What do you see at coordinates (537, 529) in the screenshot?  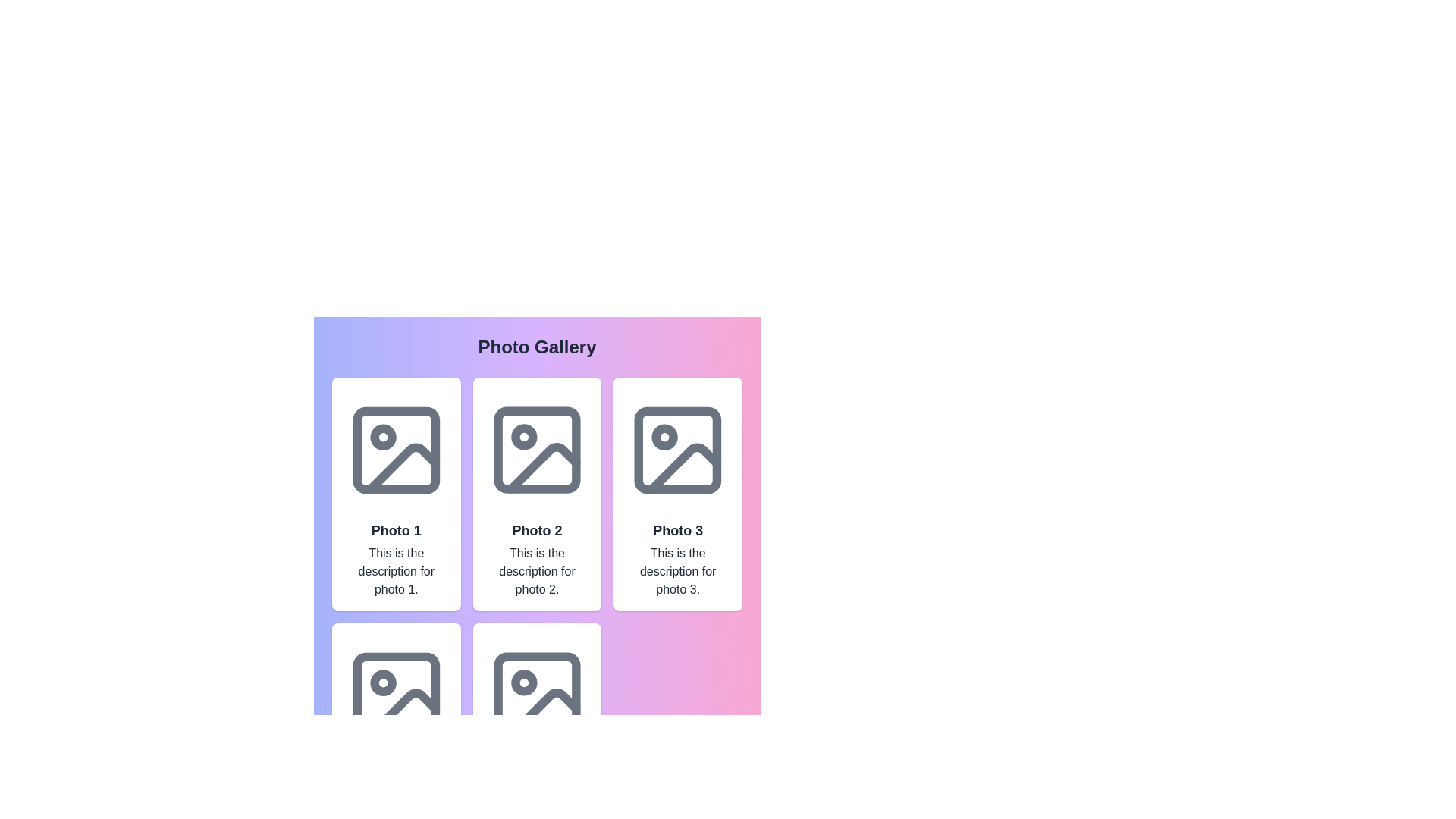 I see `the Text Label that serves as a title for the content within the central card of the three-column photo gallery layout` at bounding box center [537, 529].